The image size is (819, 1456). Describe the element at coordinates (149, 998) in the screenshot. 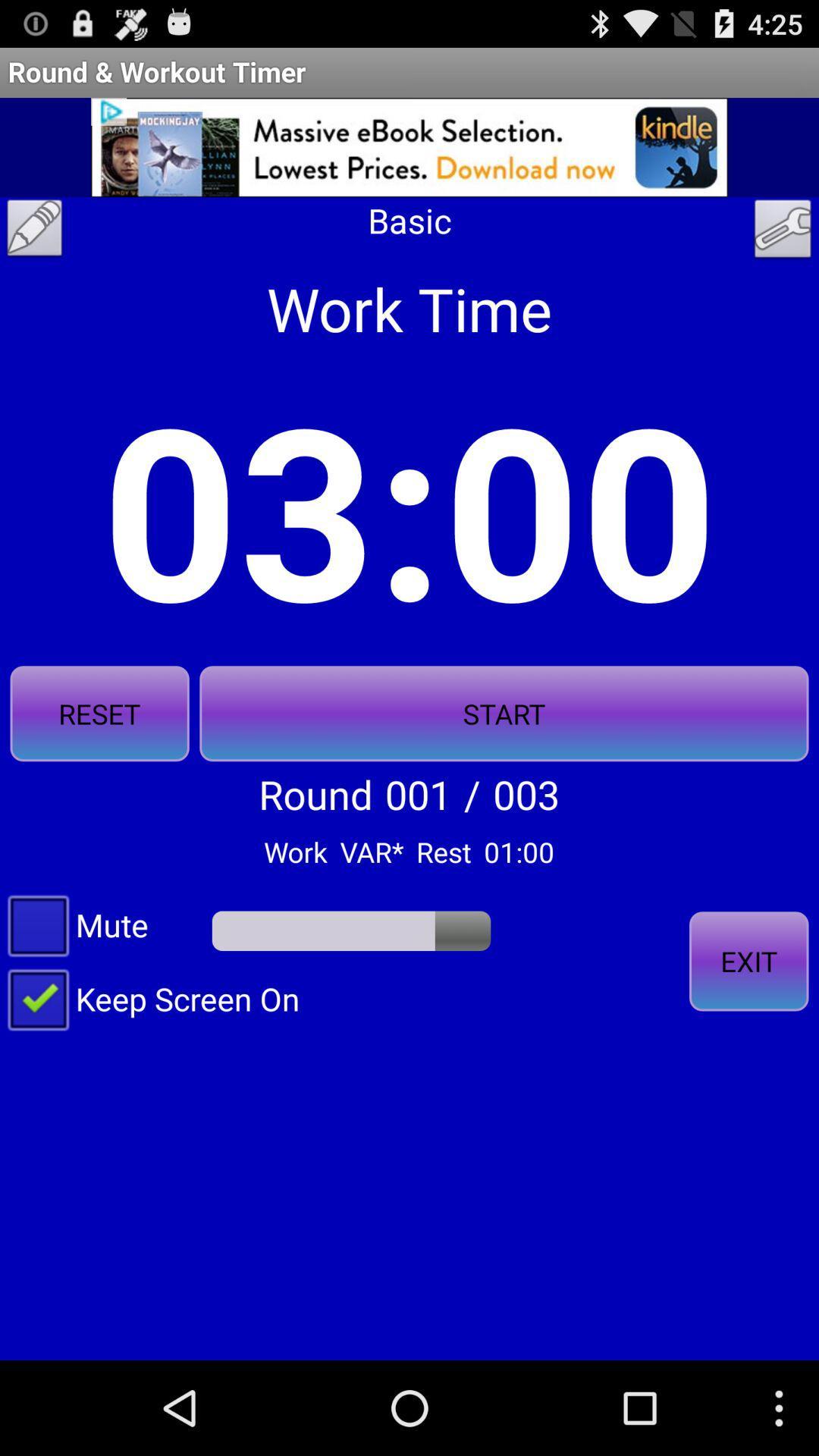

I see `the item next to exit button` at that location.